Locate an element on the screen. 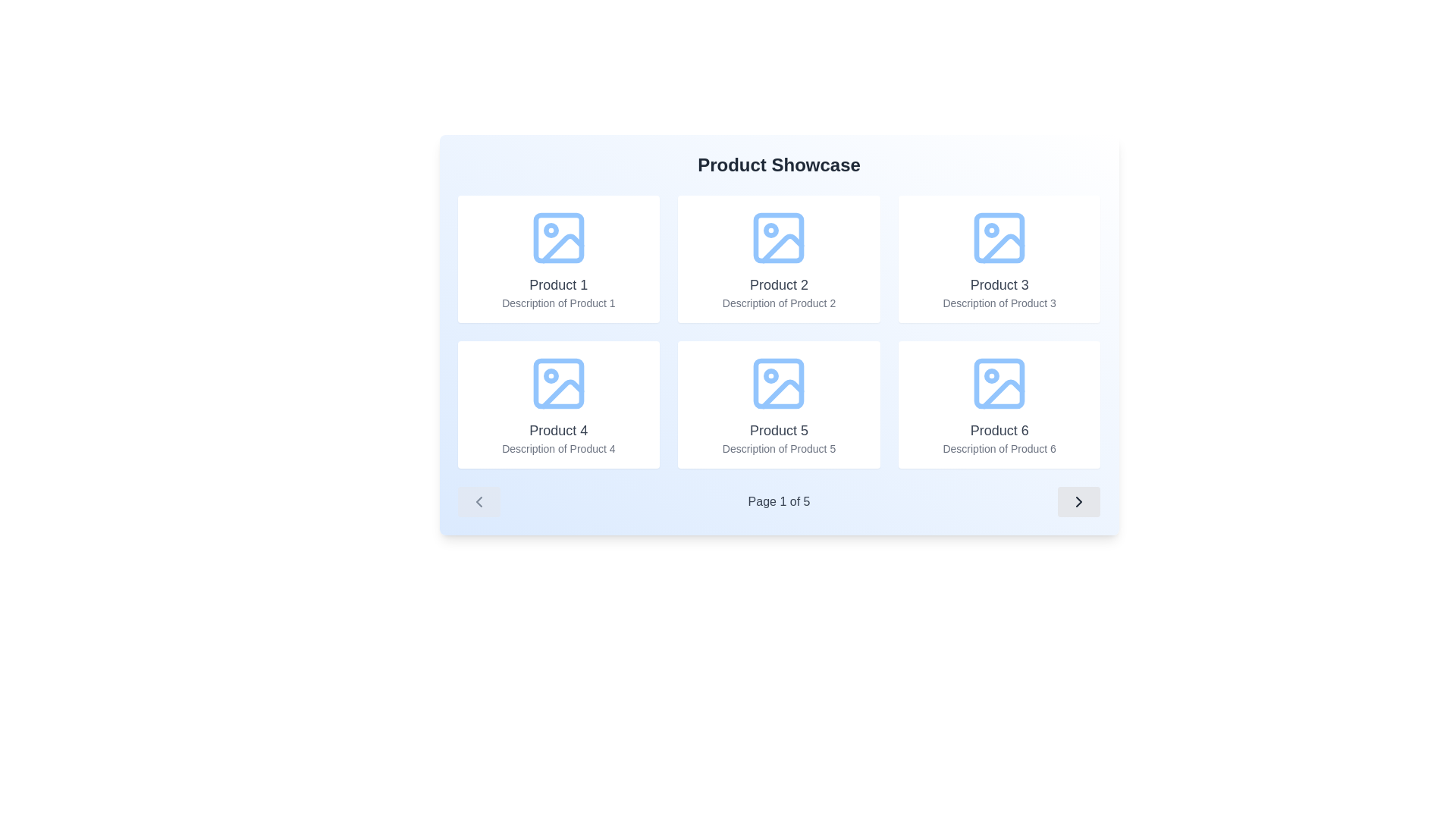 This screenshot has width=1456, height=819. attributes of the text element providing a brief description for 'Product 2', located at the center bottom of the card showcasing 'Product 2' is located at coordinates (779, 303).